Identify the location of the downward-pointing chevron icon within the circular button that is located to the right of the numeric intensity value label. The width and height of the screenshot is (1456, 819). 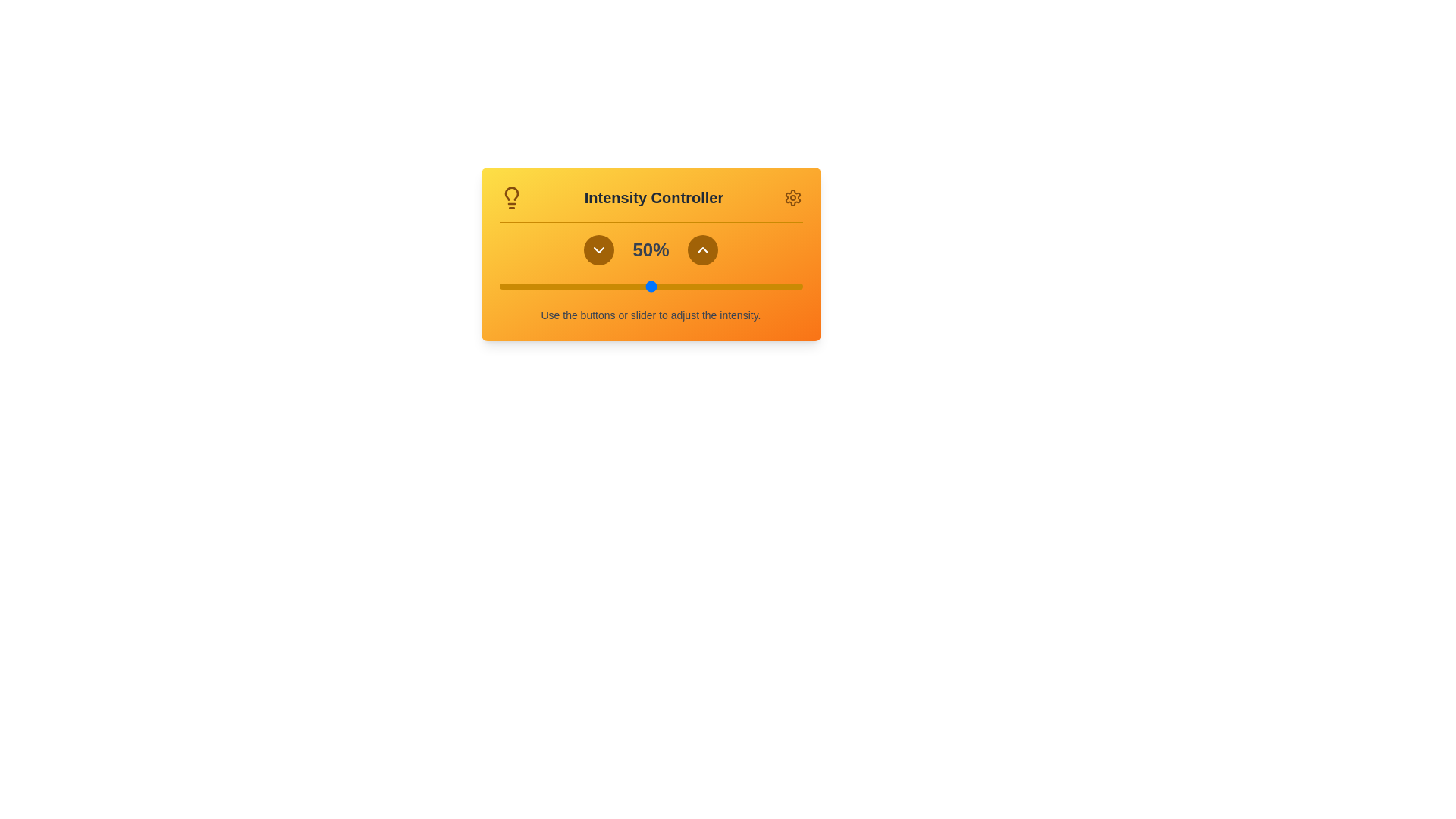
(598, 249).